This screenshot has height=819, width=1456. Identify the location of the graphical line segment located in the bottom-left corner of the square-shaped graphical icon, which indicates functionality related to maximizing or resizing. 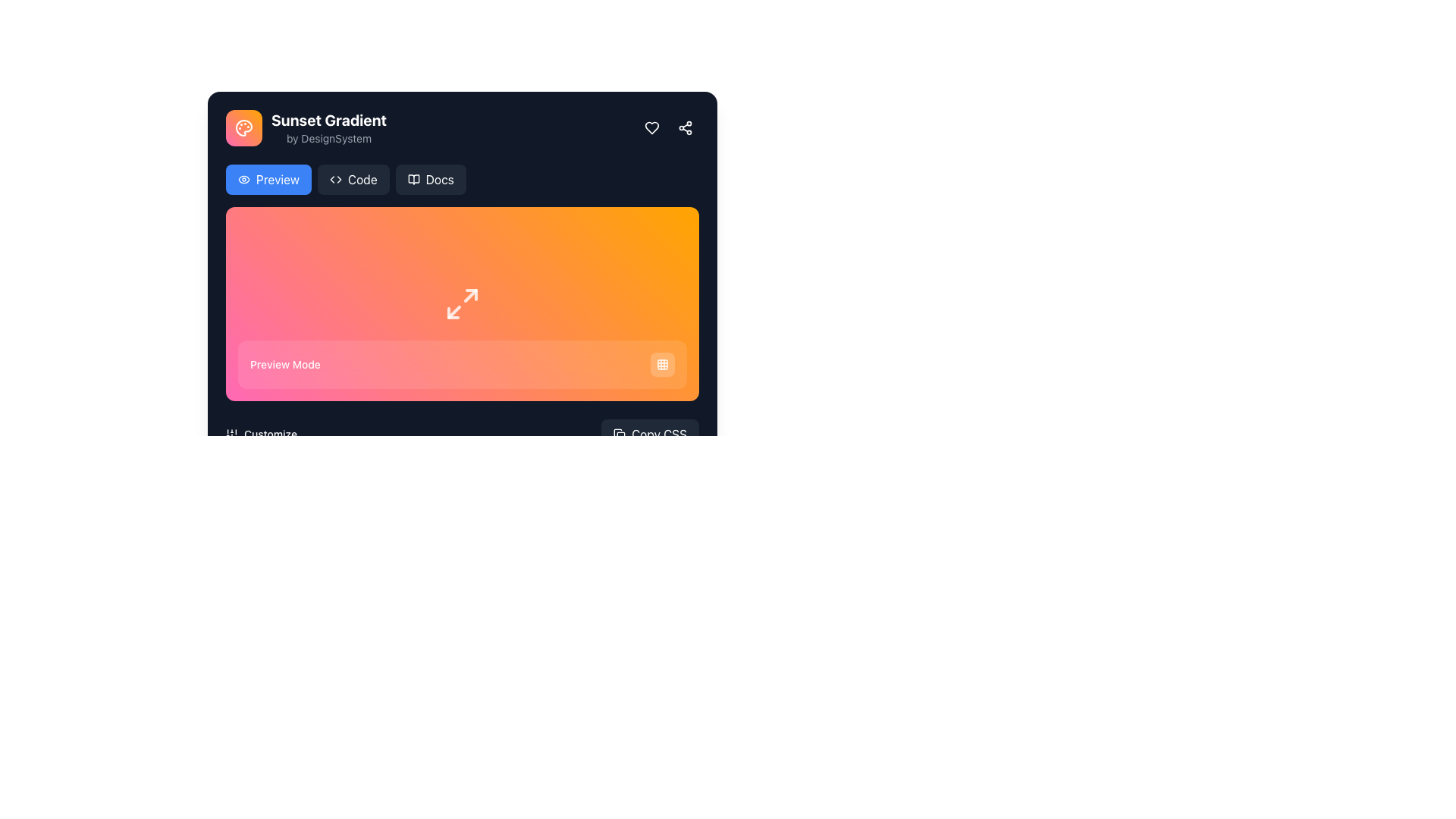
(453, 312).